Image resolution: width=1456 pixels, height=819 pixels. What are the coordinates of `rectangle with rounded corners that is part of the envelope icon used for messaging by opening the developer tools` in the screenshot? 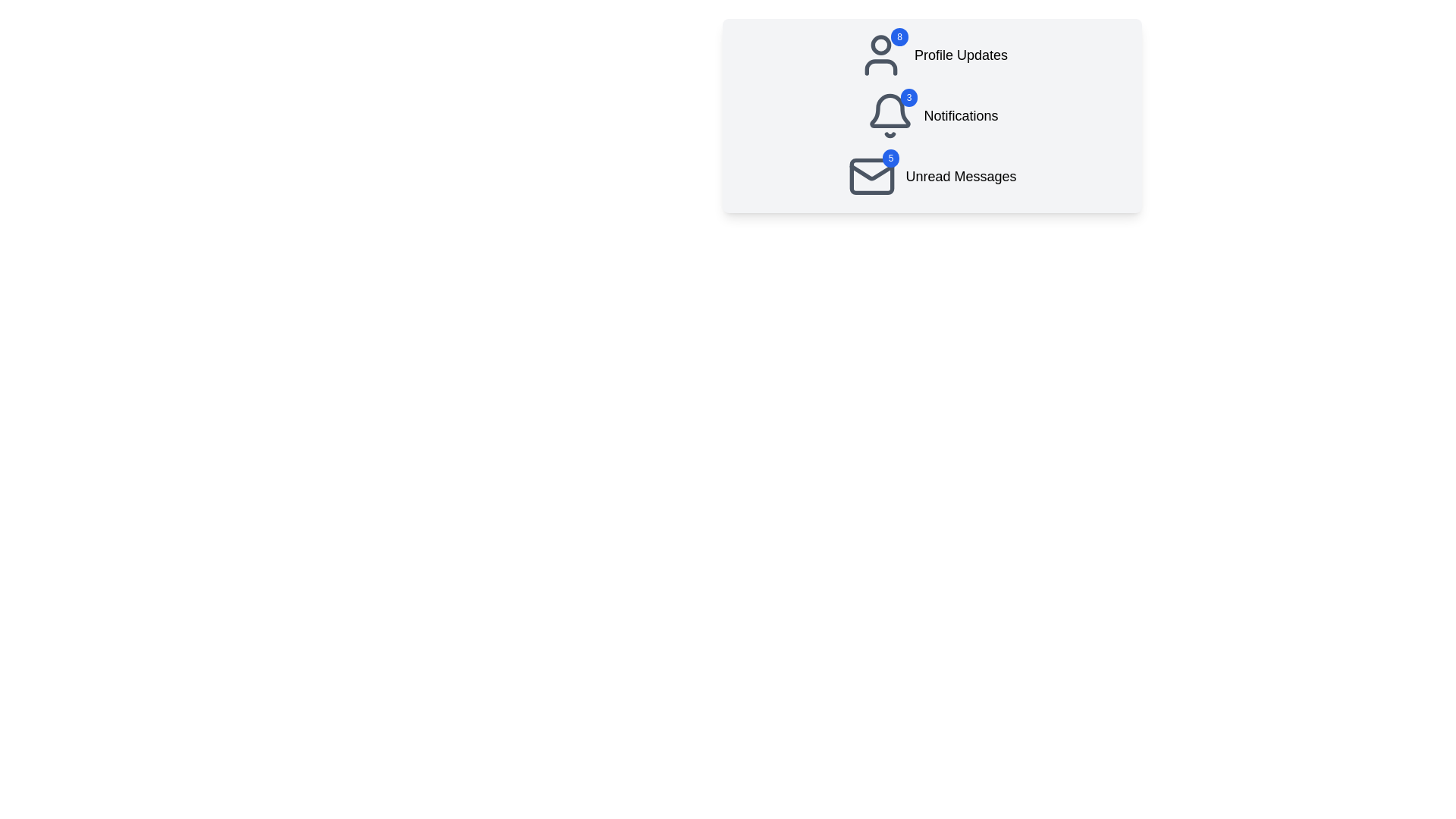 It's located at (872, 175).